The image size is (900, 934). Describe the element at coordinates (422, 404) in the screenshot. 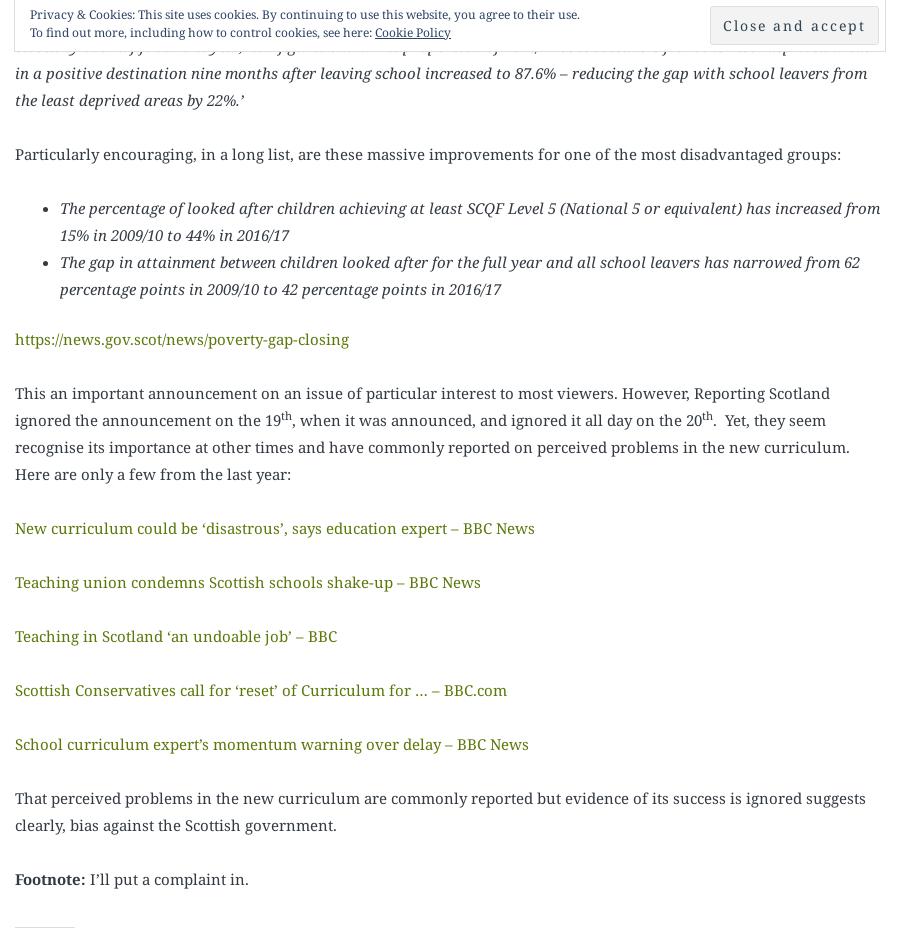

I see `'This an important announcement on an issue of particular interest to most viewers. However, Reporting Scotland ignored the announcement on the 19'` at that location.